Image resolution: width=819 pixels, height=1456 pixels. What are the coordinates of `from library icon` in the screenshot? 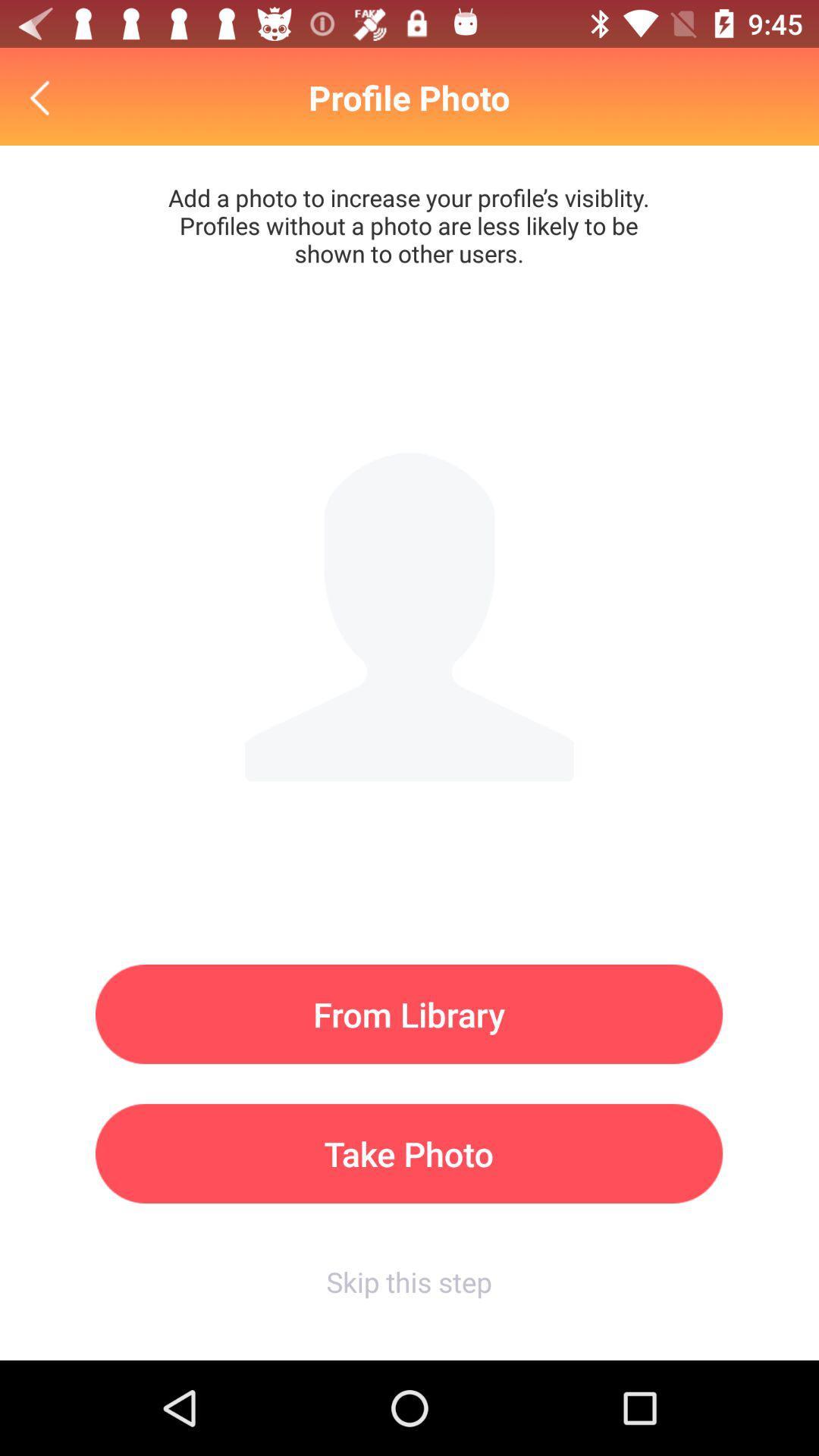 It's located at (408, 1014).